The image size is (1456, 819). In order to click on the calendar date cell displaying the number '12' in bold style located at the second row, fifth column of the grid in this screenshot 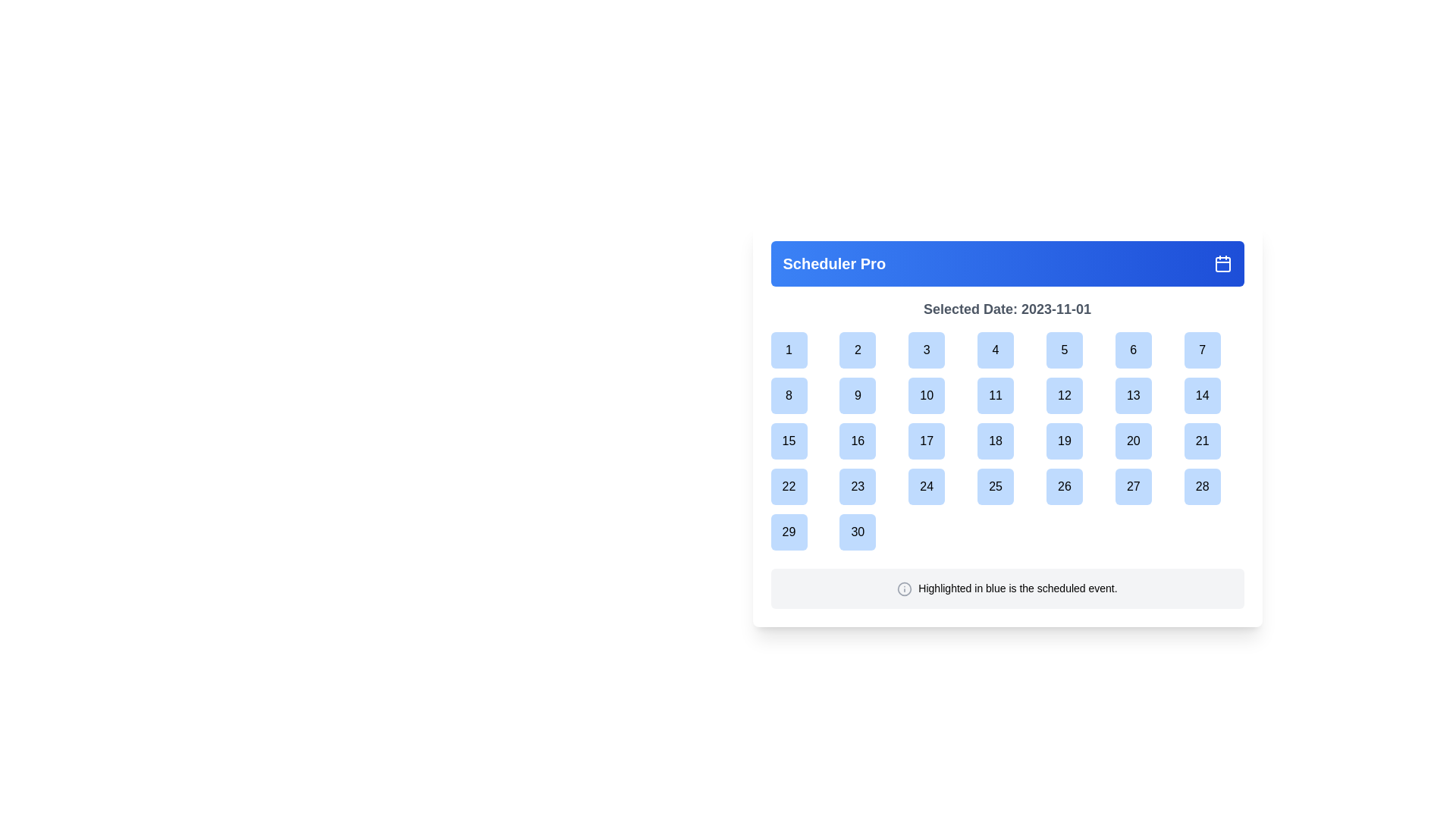, I will do `click(1075, 394)`.